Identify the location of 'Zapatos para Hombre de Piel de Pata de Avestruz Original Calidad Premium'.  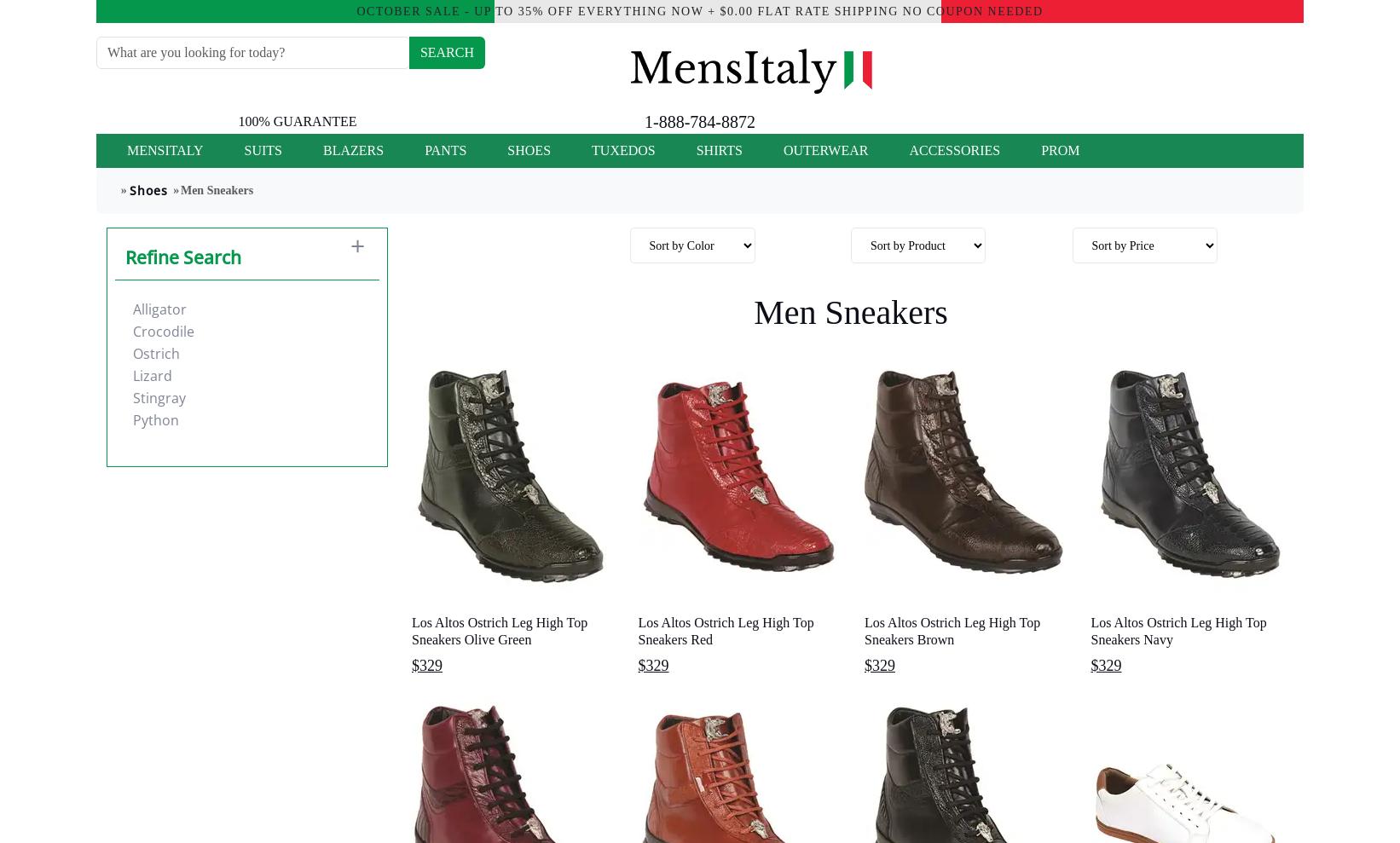
(503, 188).